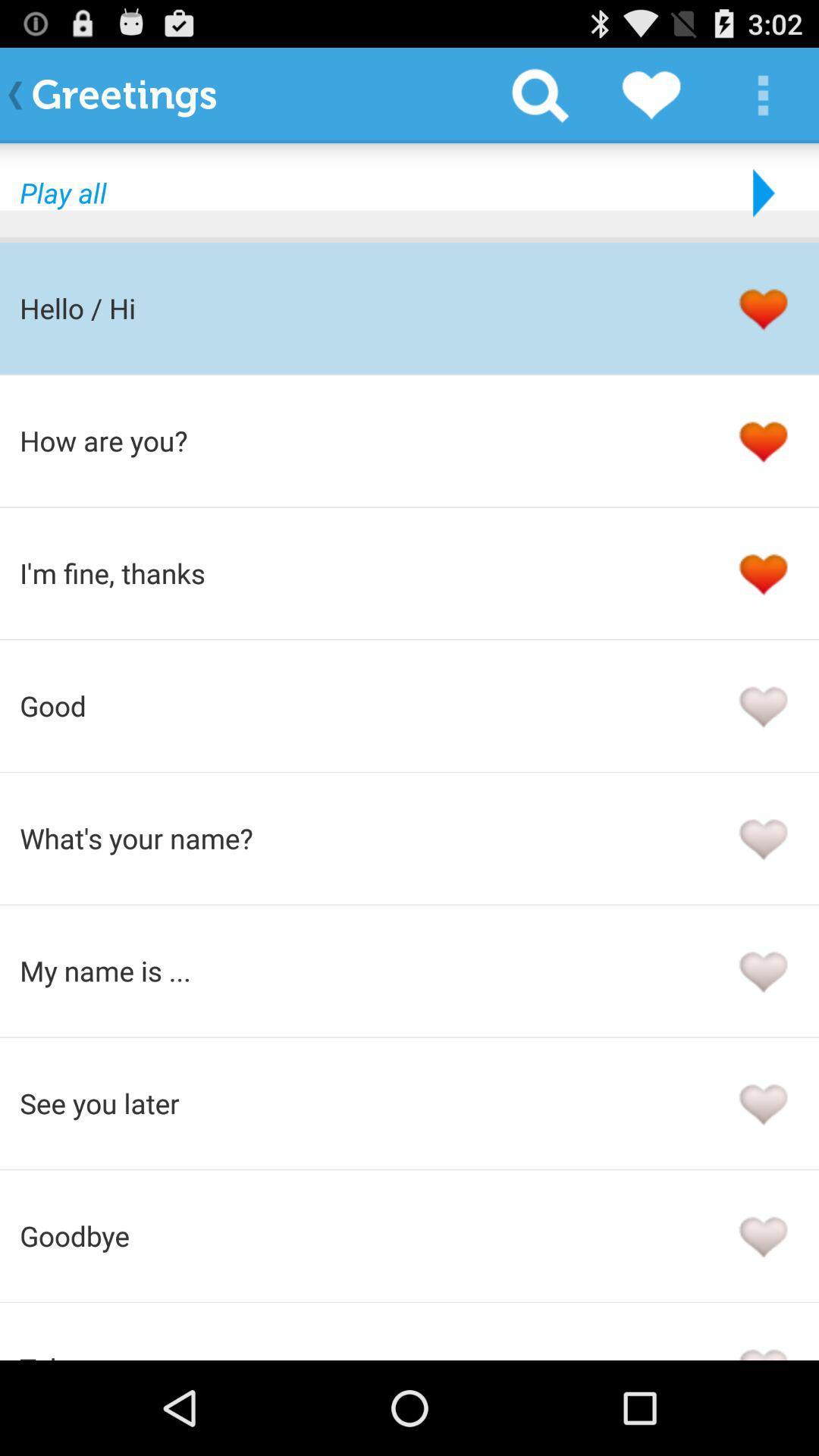  I want to click on the play icon, so click(760, 206).